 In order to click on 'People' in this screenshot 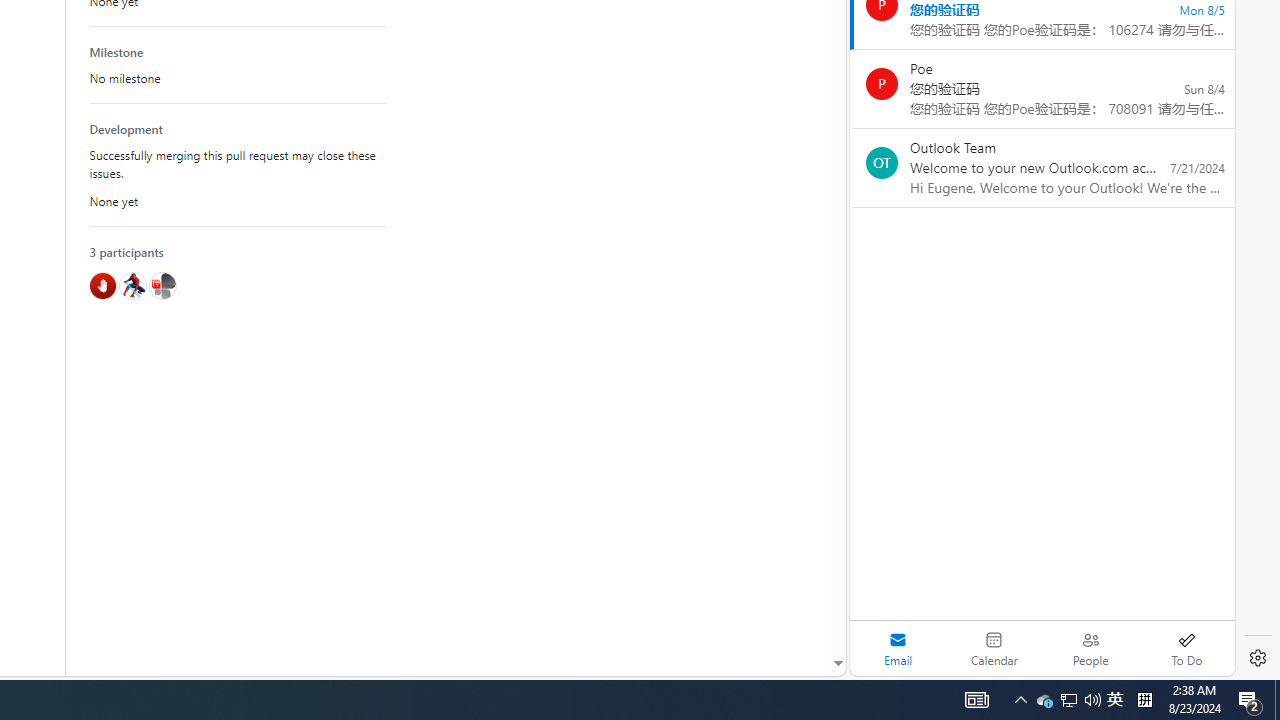, I will do `click(1089, 648)`.